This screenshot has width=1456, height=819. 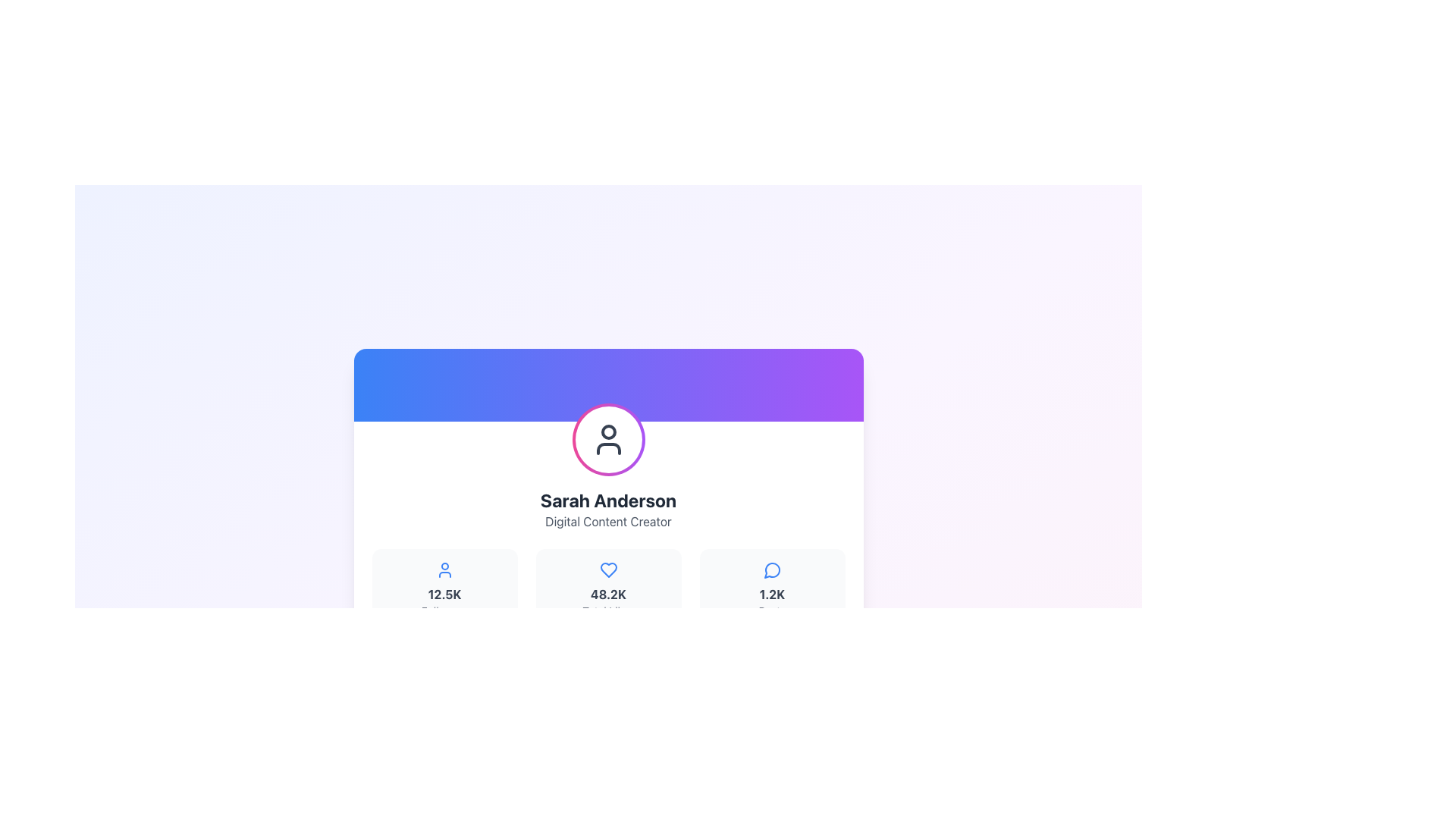 What do you see at coordinates (444, 593) in the screenshot?
I see `the text label displaying '12.5K', which is bold and dark gray, located between the user silhouette icon and the 'Followers' text` at bounding box center [444, 593].